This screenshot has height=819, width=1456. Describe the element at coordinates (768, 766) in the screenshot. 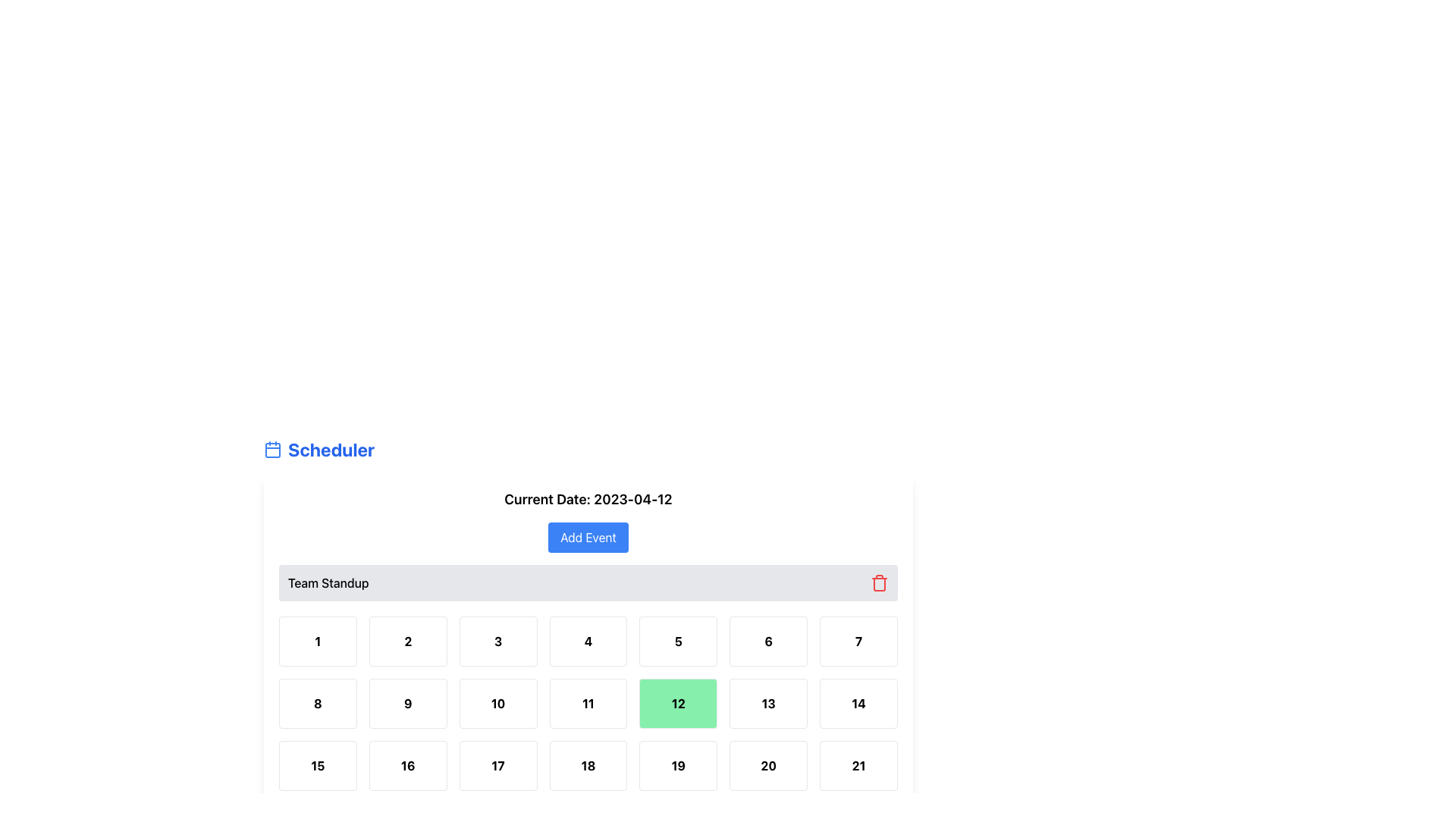

I see `the square button displaying the text '20', which has a white background, a black bold font, and a gray border` at that location.